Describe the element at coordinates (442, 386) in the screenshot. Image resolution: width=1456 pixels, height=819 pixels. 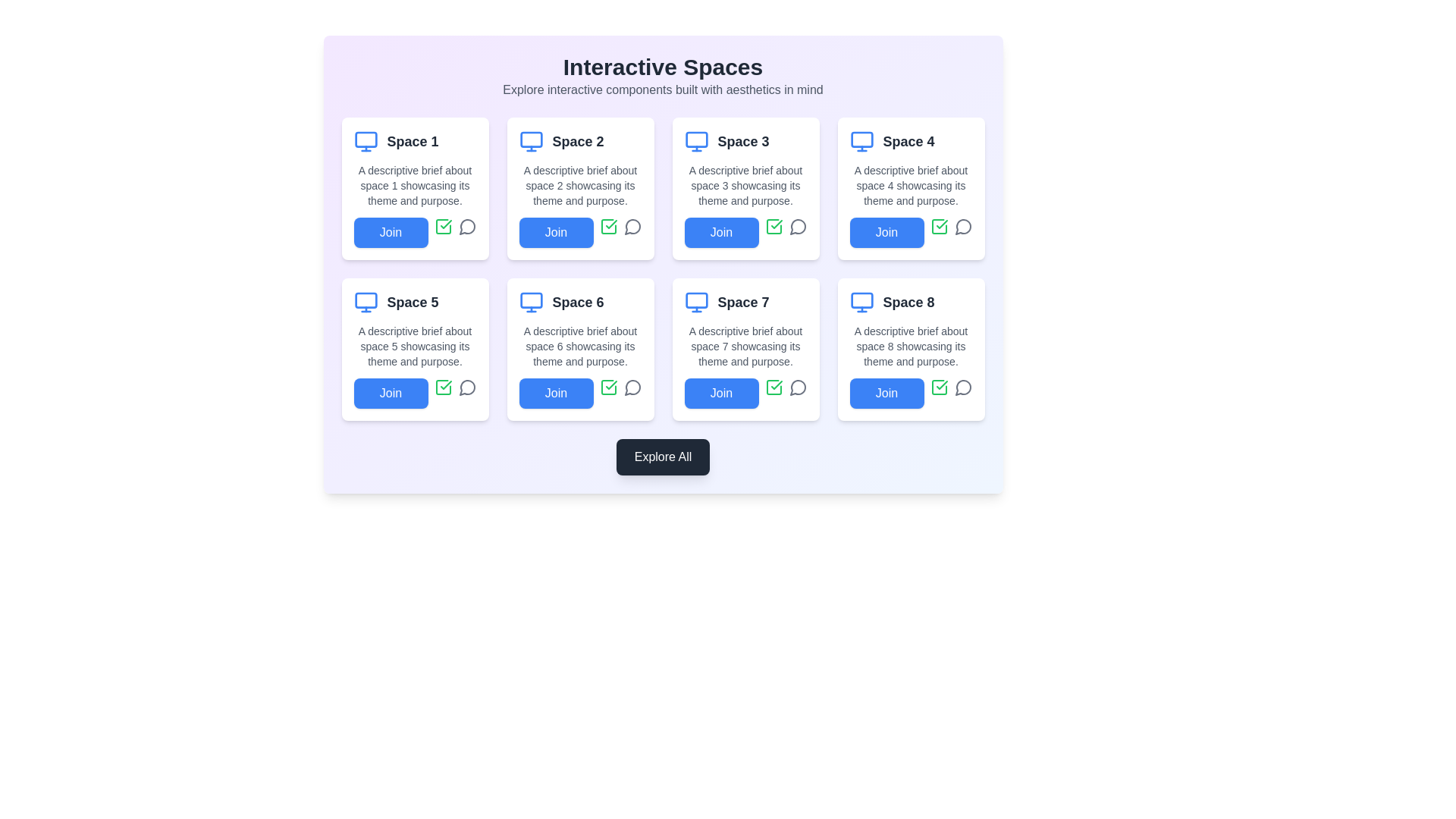
I see `the green rectangular icon with a check symbol that is located in the content area of 'Space 5', adjacent to the 'Join' button` at that location.